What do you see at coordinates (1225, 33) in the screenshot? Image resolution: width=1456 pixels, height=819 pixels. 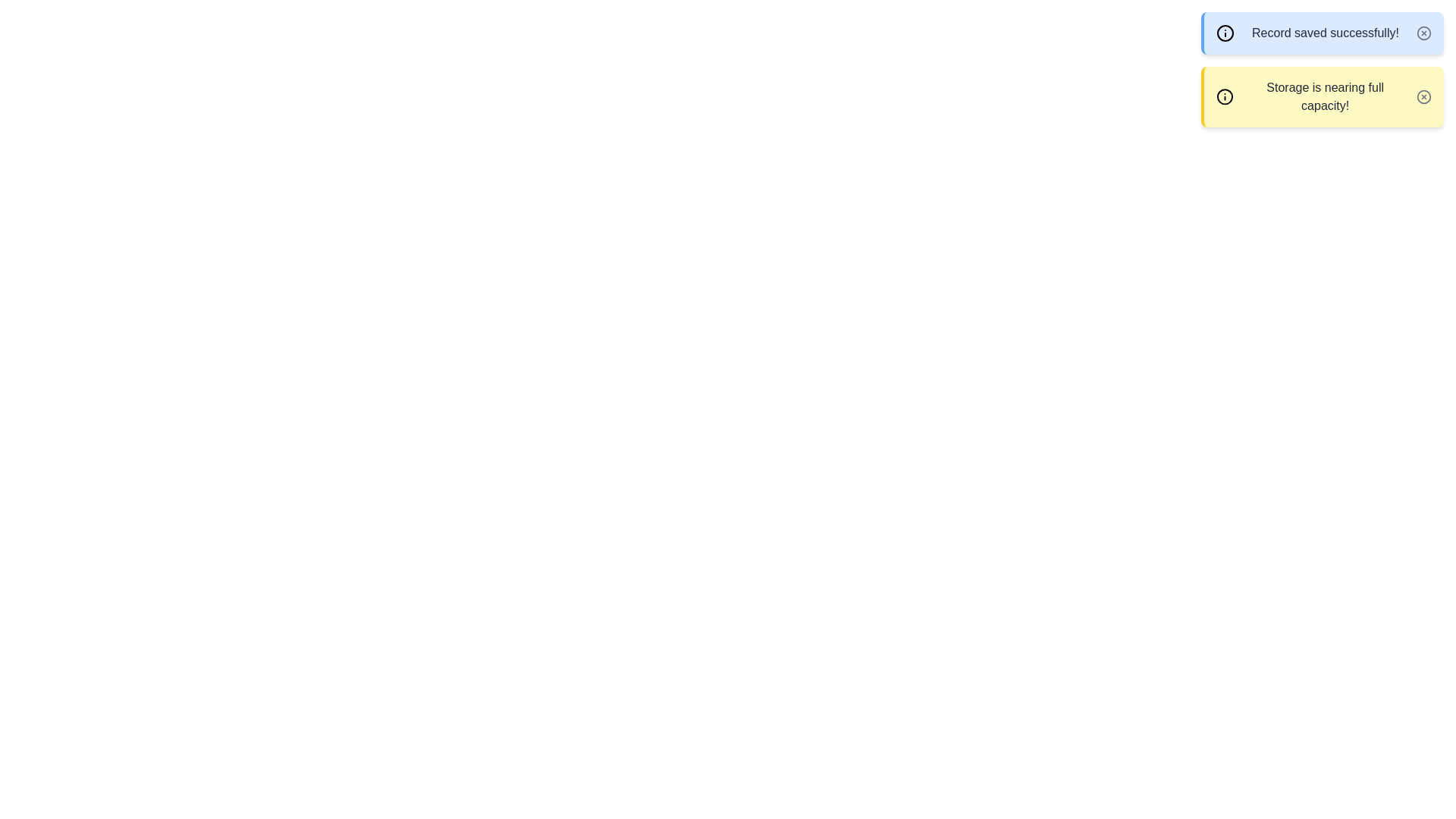 I see `the icon associated with the alert info` at bounding box center [1225, 33].